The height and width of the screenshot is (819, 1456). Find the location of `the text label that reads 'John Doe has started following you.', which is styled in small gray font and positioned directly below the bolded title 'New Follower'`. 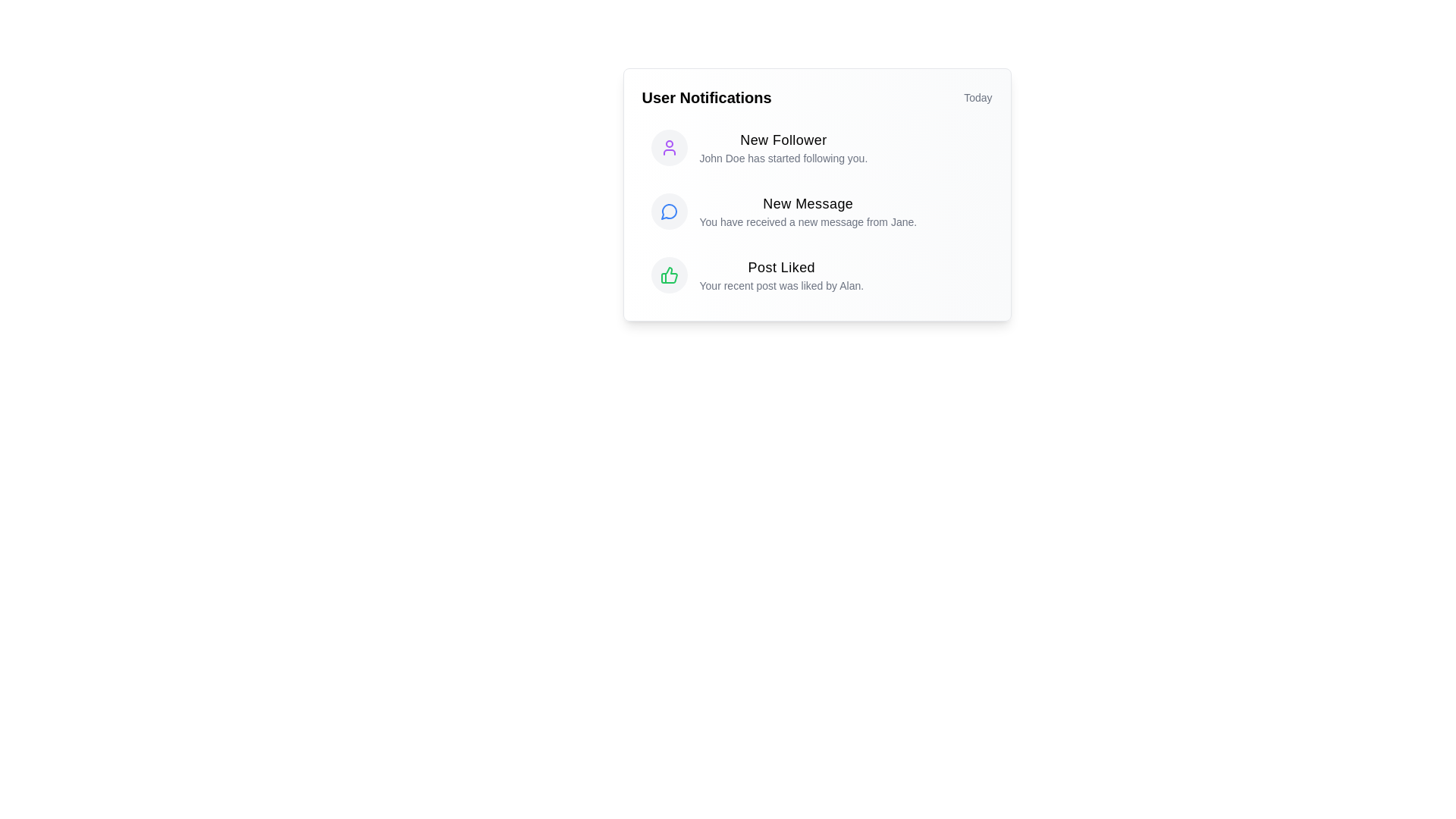

the text label that reads 'John Doe has started following you.', which is styled in small gray font and positioned directly below the bolded title 'New Follower' is located at coordinates (783, 158).